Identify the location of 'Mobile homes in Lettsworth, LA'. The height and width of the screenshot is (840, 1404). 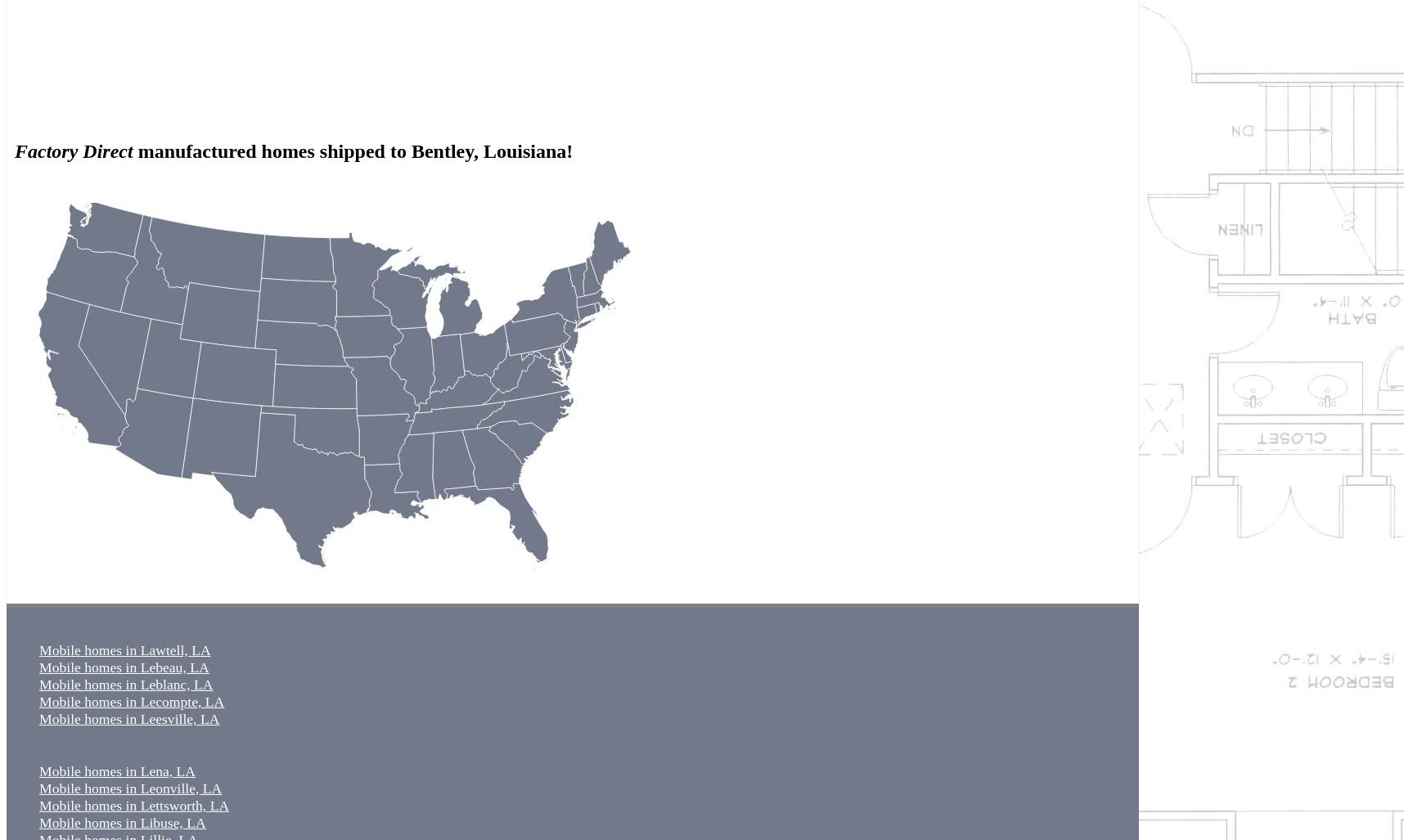
(134, 803).